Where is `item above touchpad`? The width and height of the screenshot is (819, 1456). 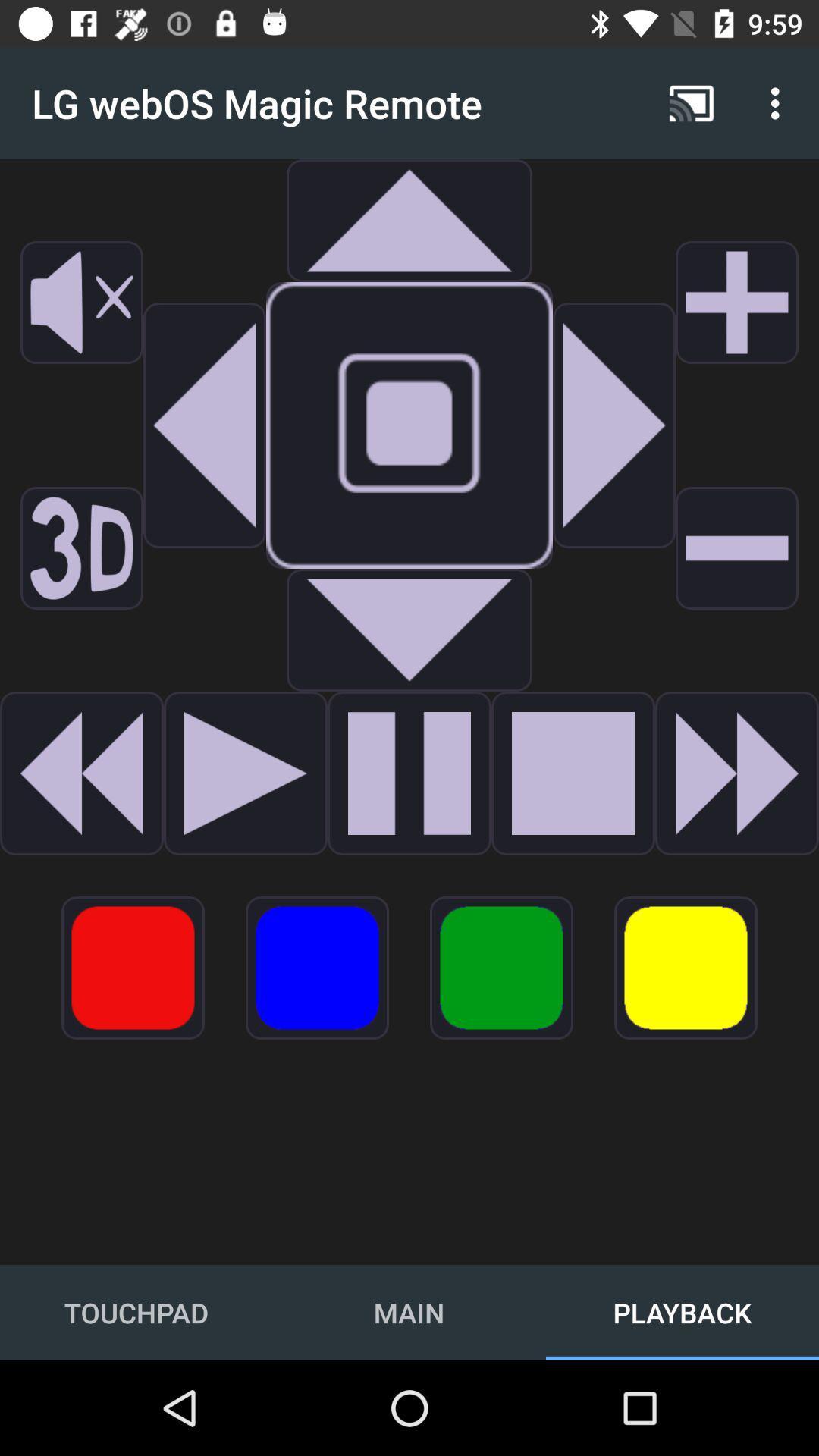
item above touchpad is located at coordinates (132, 967).